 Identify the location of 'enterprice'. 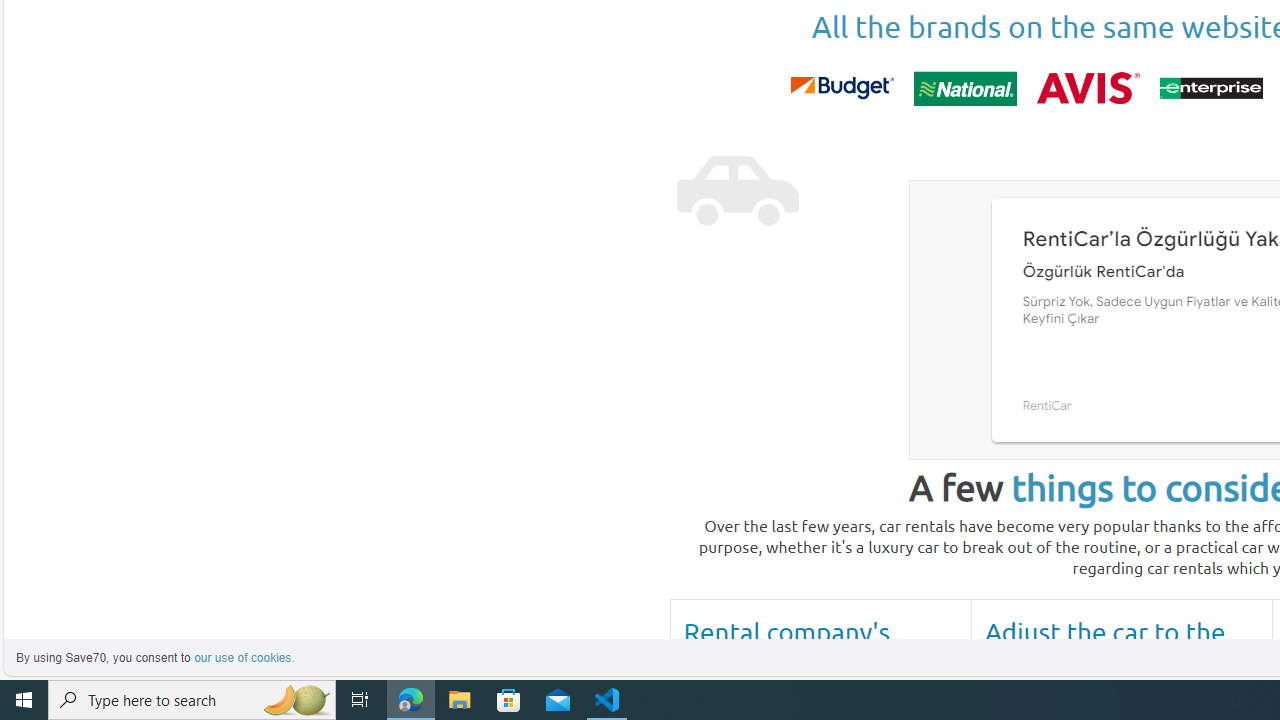
(1209, 87).